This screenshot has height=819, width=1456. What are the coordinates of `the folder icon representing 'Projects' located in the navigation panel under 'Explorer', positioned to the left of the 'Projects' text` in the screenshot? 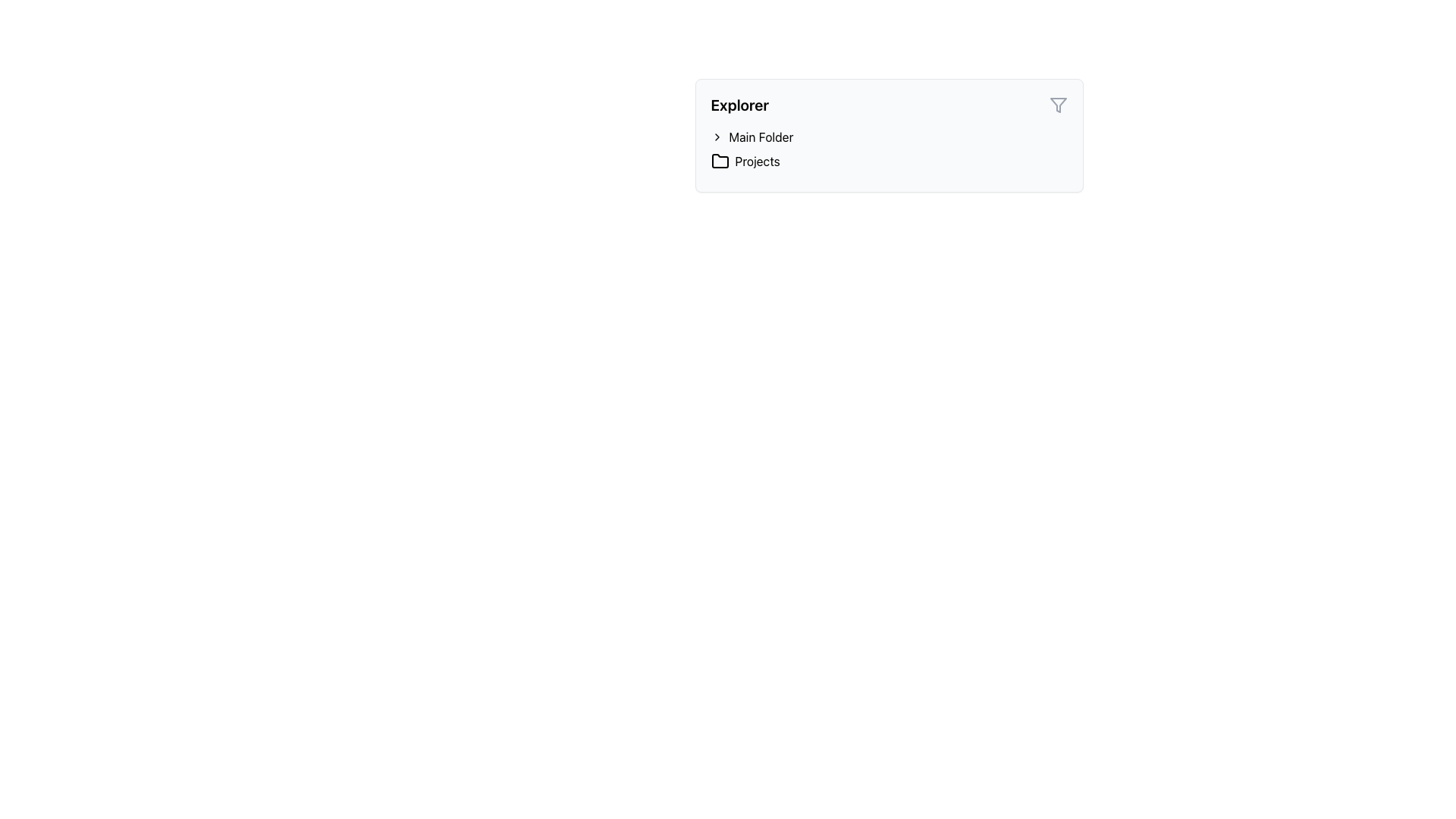 It's located at (719, 161).